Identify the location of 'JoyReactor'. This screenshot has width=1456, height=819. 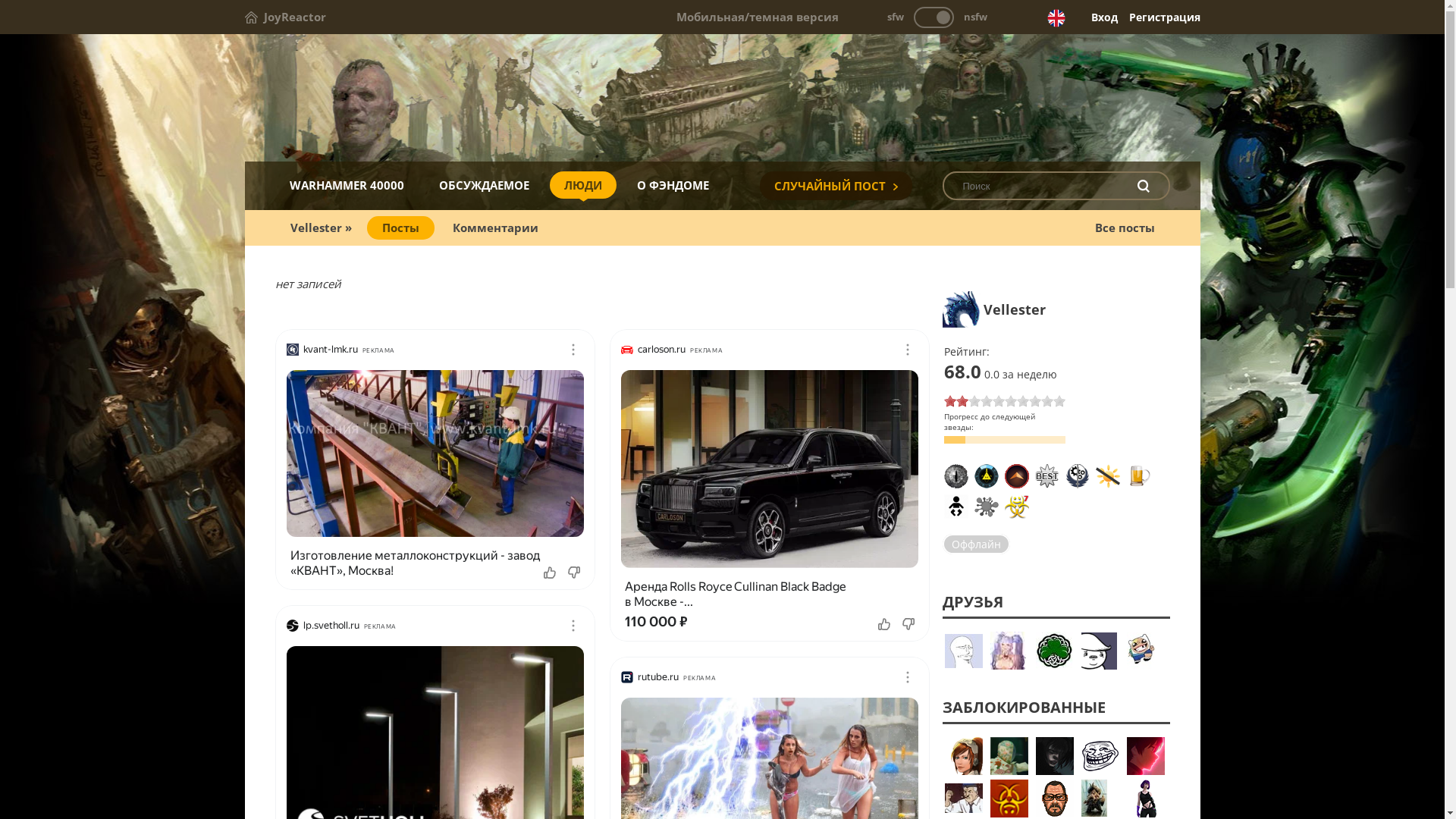
(284, 17).